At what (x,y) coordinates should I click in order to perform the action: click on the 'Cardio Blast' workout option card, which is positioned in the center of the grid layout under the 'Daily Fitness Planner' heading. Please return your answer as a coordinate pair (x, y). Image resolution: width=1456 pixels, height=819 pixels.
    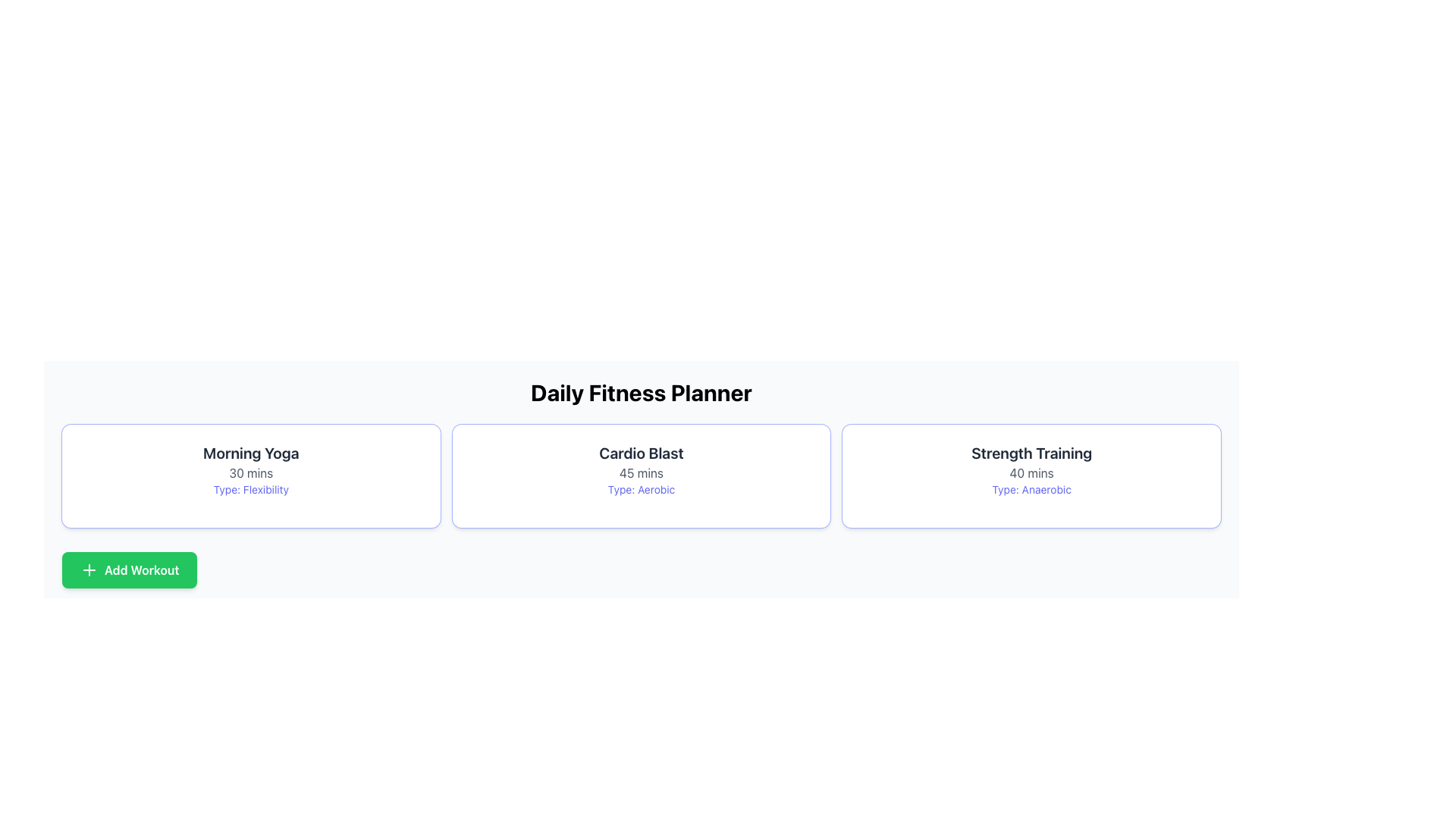
    Looking at the image, I should click on (641, 475).